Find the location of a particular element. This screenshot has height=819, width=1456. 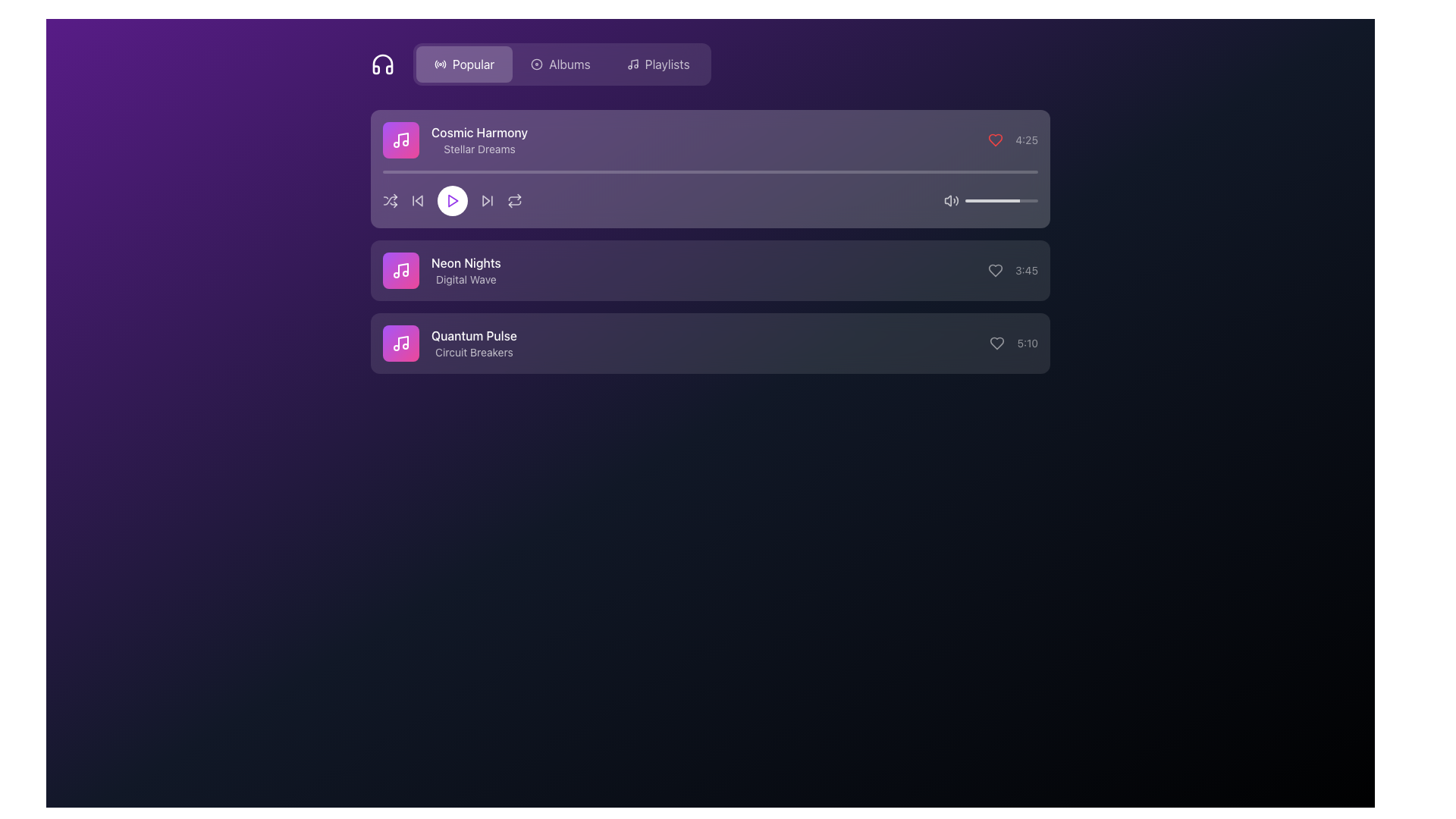

the slider is located at coordinates (966, 200).